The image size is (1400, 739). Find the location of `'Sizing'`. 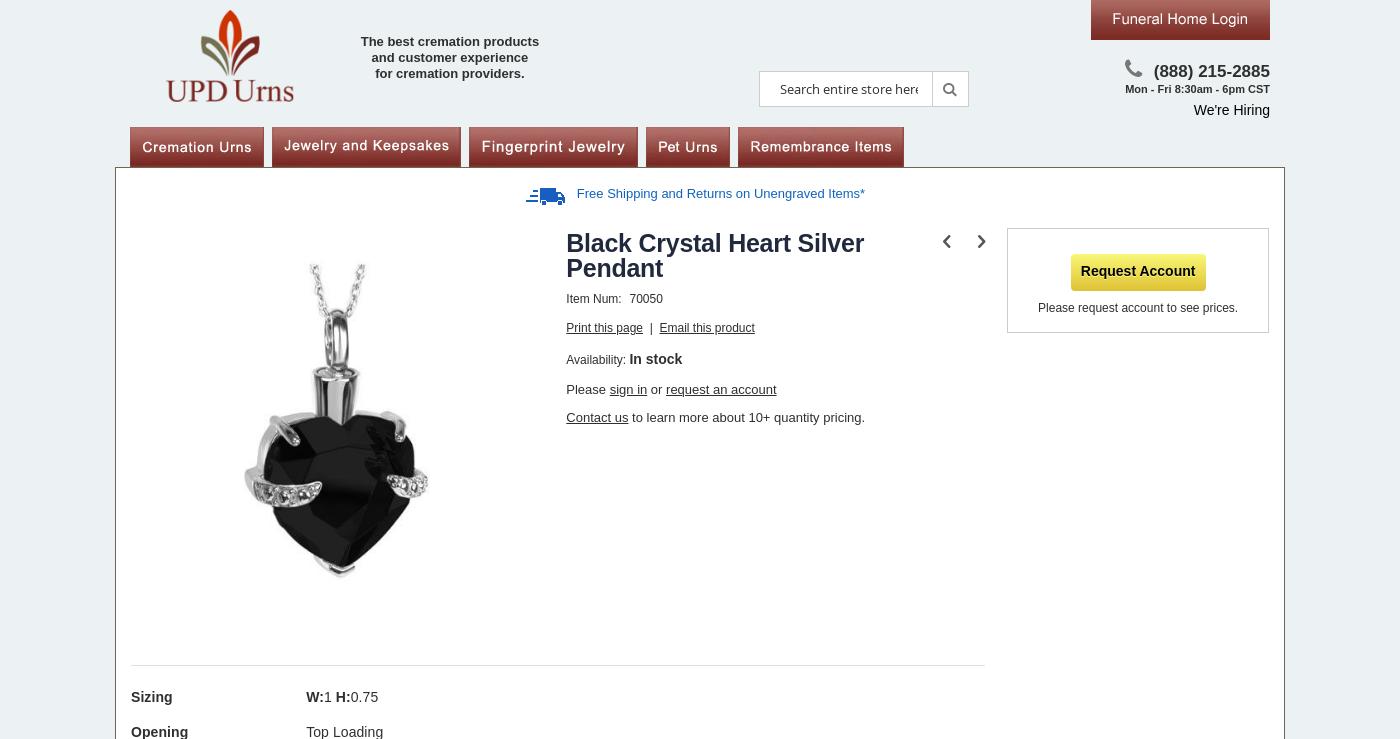

'Sizing' is located at coordinates (151, 696).